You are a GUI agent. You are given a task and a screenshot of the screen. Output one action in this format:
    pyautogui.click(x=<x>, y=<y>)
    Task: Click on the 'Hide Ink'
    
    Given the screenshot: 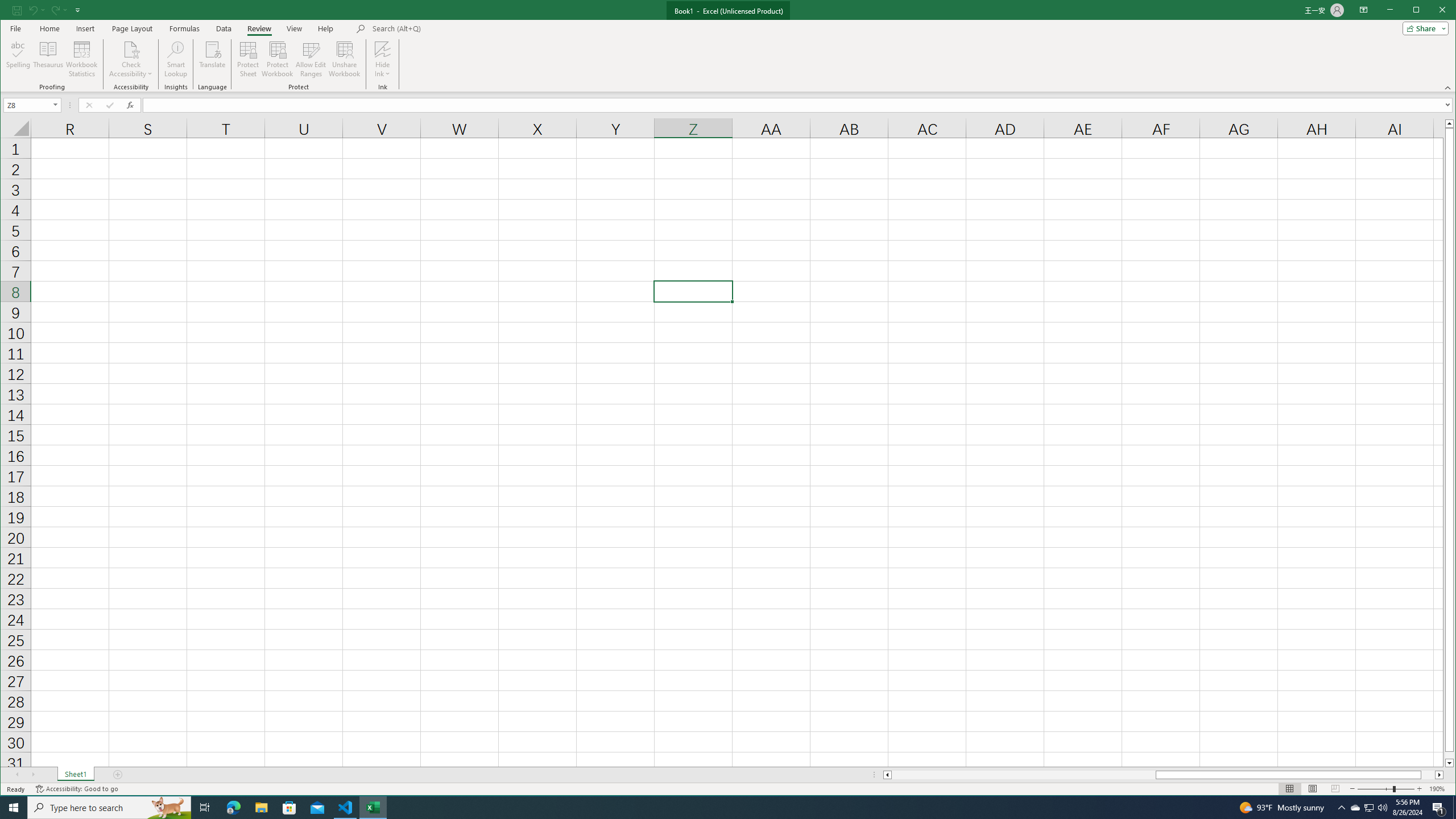 What is the action you would take?
    pyautogui.click(x=382, y=59)
    